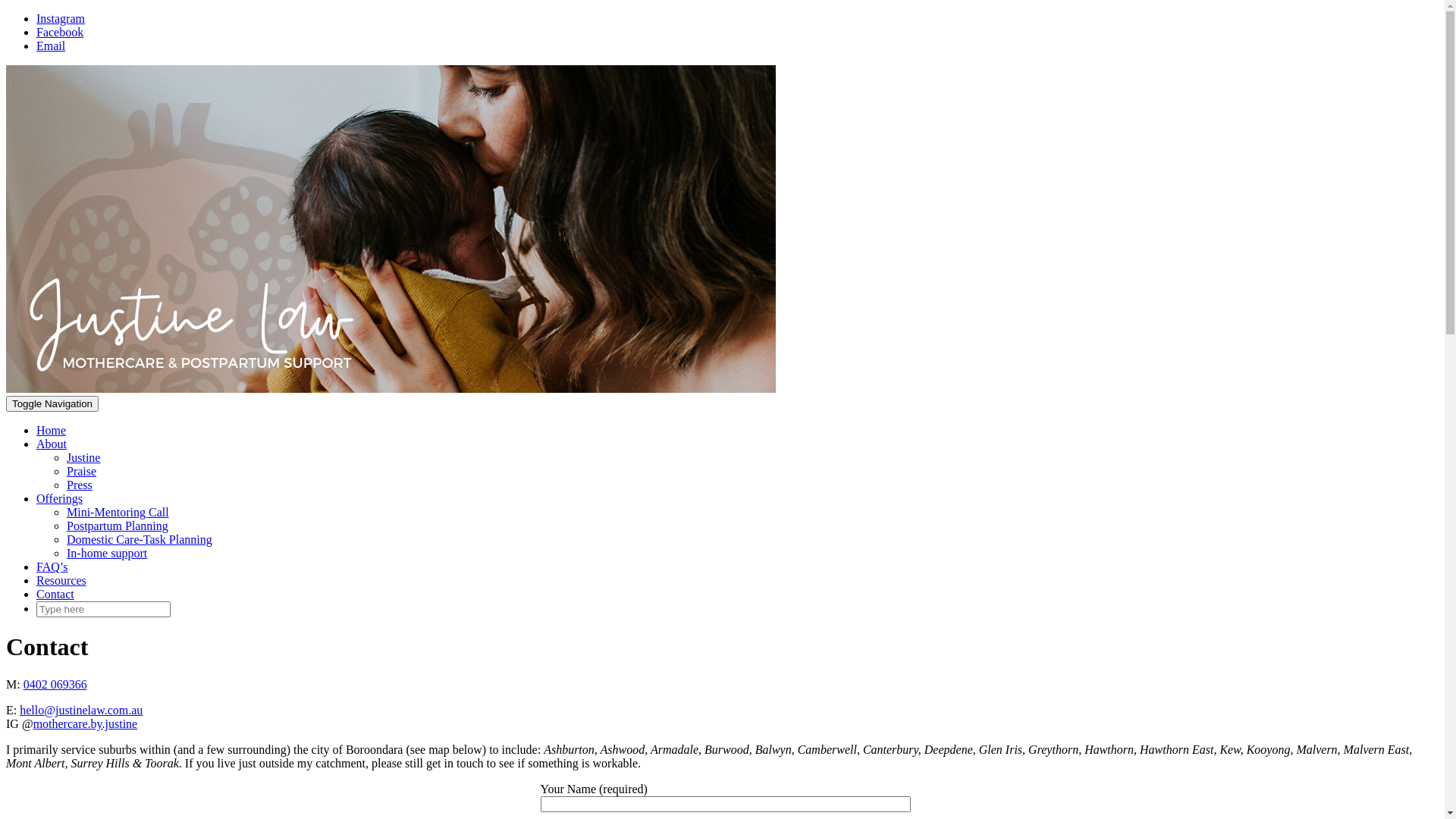 This screenshot has width=1456, height=819. I want to click on 'Facebook', so click(59, 32).